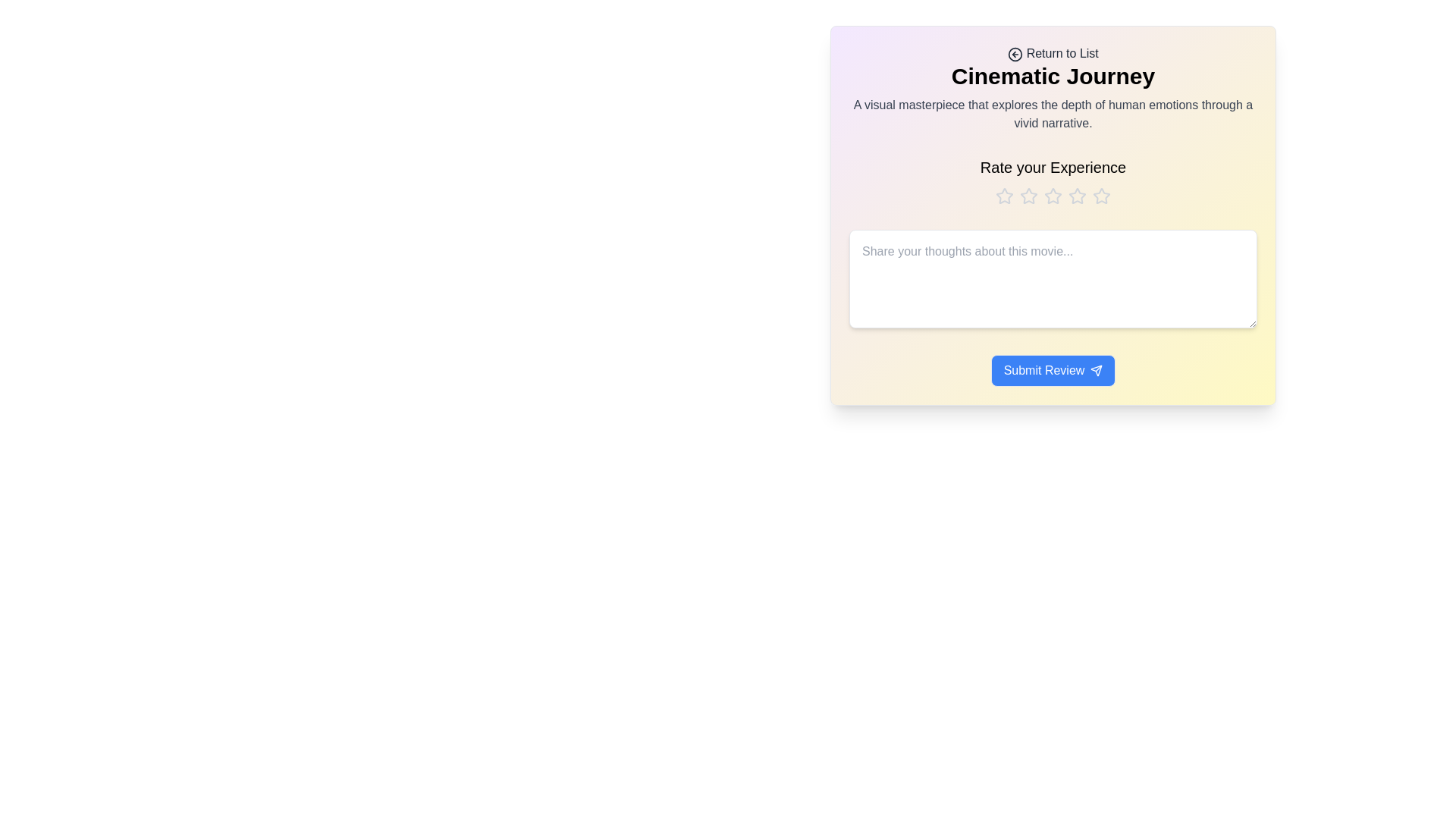 The image size is (1456, 819). Describe the element at coordinates (1015, 53) in the screenshot. I see `the circular navigation icon with a left-pointing arrow, located at the top-left side of the header` at that location.